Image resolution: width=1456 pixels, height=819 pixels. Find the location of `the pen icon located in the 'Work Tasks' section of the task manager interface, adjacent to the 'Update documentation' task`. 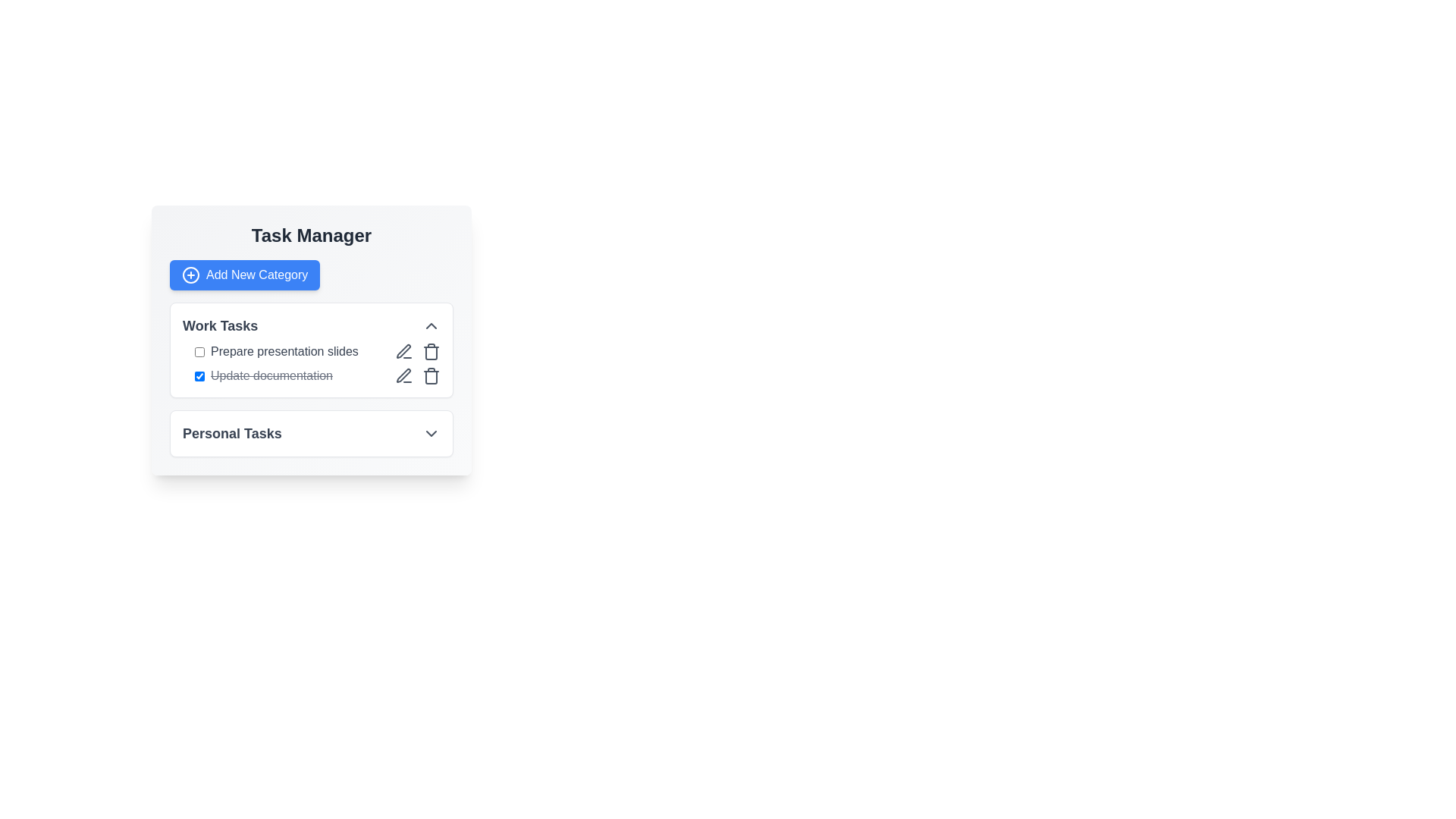

the pen icon located in the 'Work Tasks' section of the task manager interface, adjacent to the 'Update documentation' task is located at coordinates (403, 351).